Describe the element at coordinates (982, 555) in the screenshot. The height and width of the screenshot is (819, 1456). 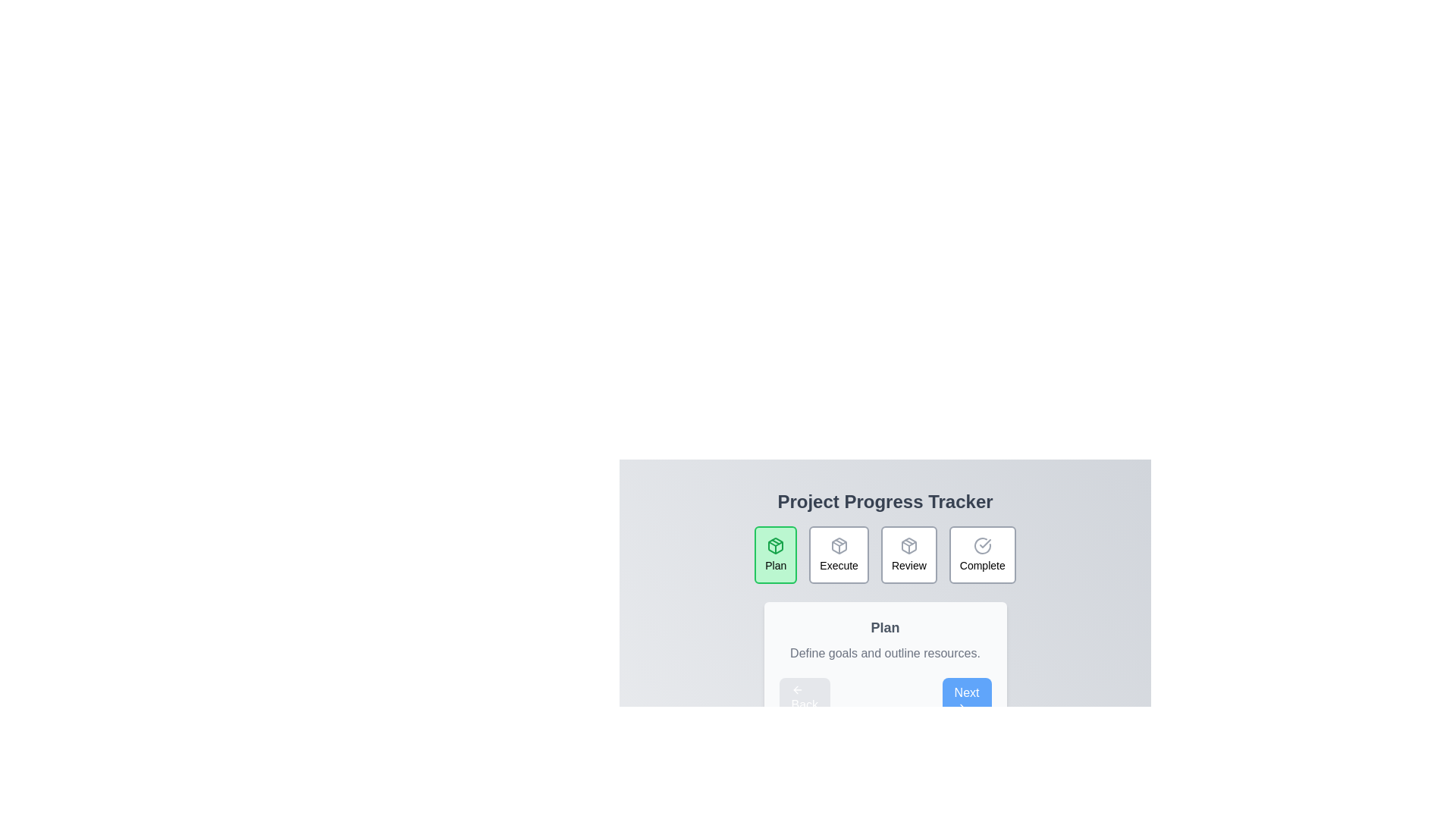
I see `the step labeled Complete to select it` at that location.